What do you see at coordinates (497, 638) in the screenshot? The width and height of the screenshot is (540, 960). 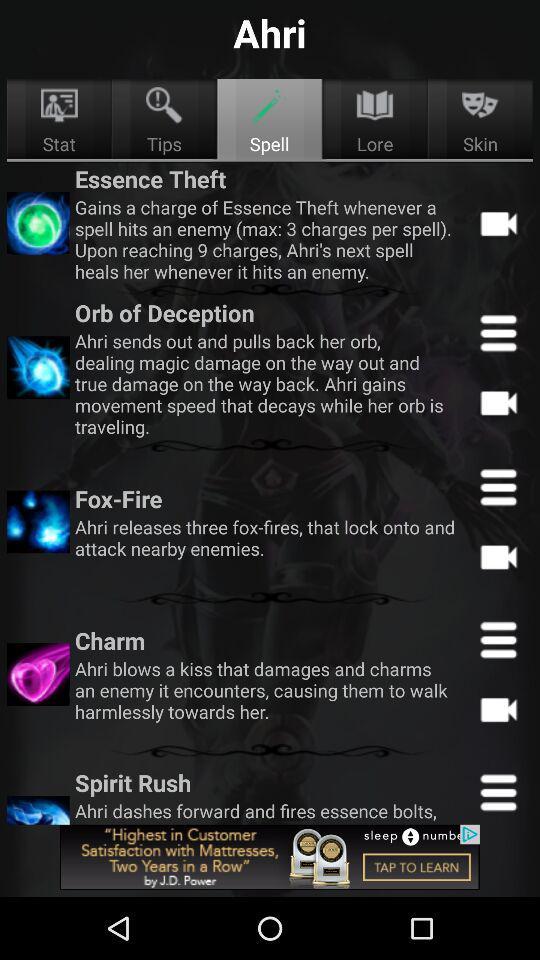 I see `more information` at bounding box center [497, 638].